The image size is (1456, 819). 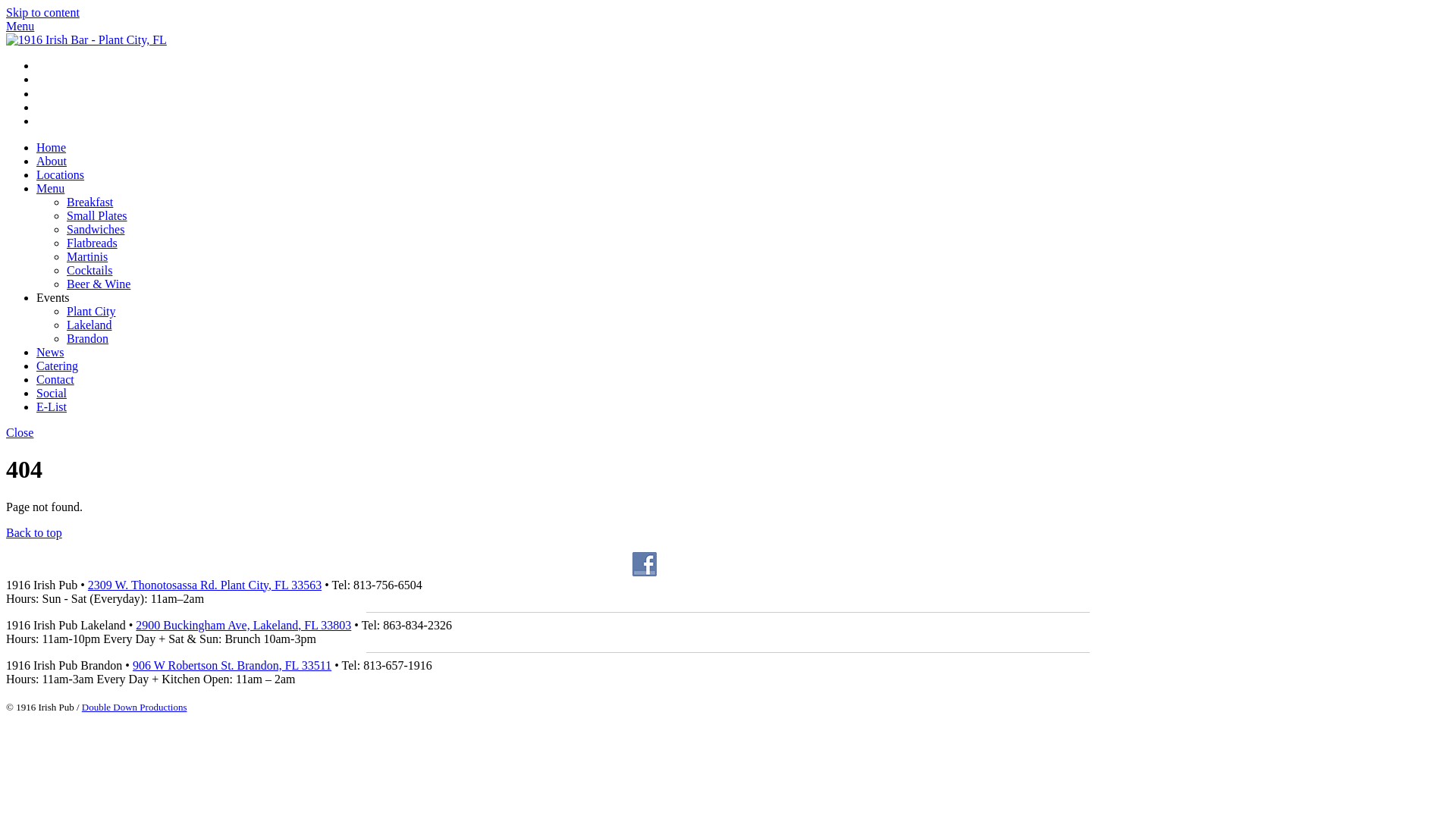 What do you see at coordinates (60, 174) in the screenshot?
I see `'Locations'` at bounding box center [60, 174].